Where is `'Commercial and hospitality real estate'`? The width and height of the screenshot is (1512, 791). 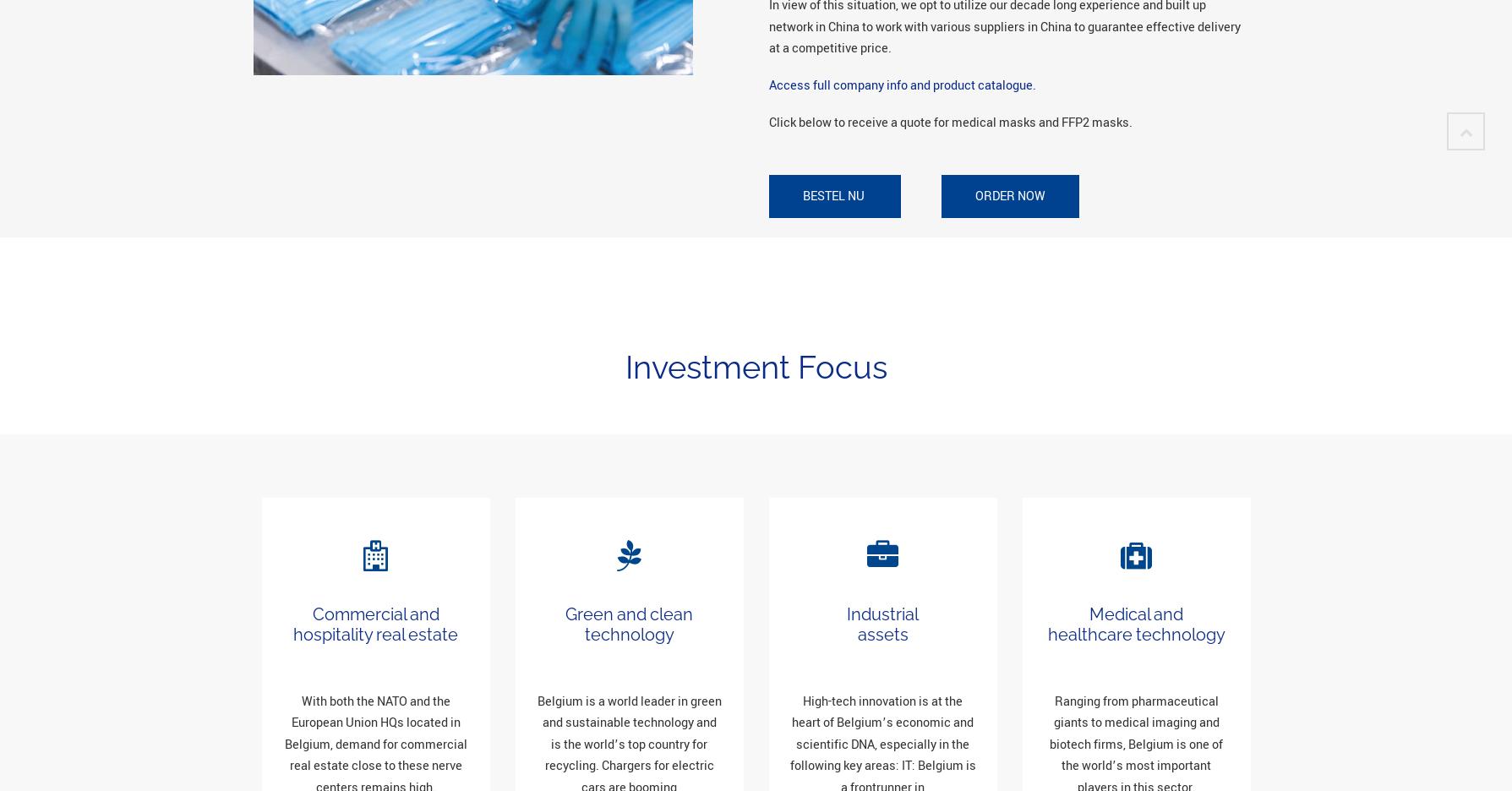 'Commercial and hospitality real estate' is located at coordinates (374, 623).